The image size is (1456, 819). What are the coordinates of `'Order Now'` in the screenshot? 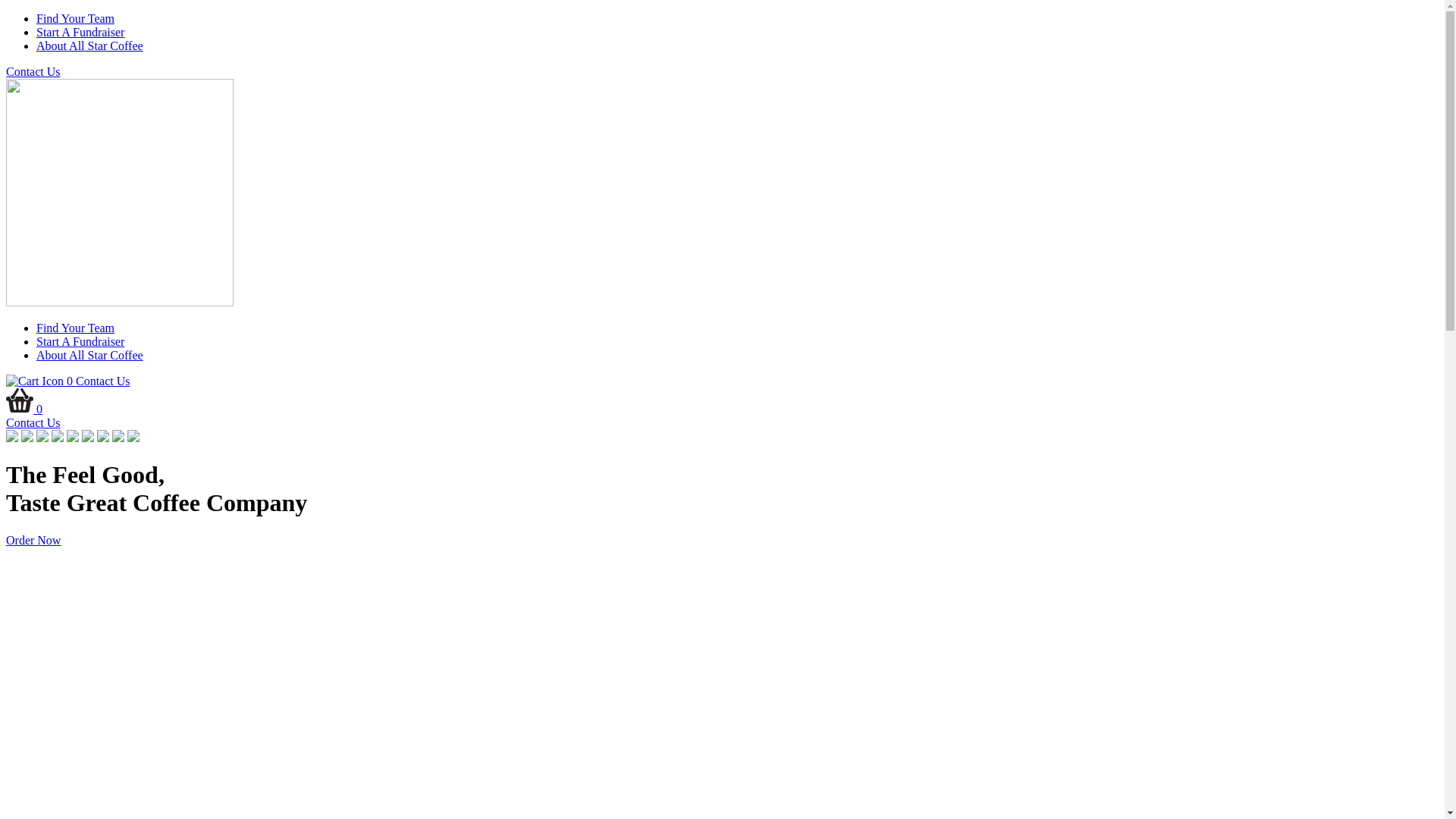 It's located at (33, 539).